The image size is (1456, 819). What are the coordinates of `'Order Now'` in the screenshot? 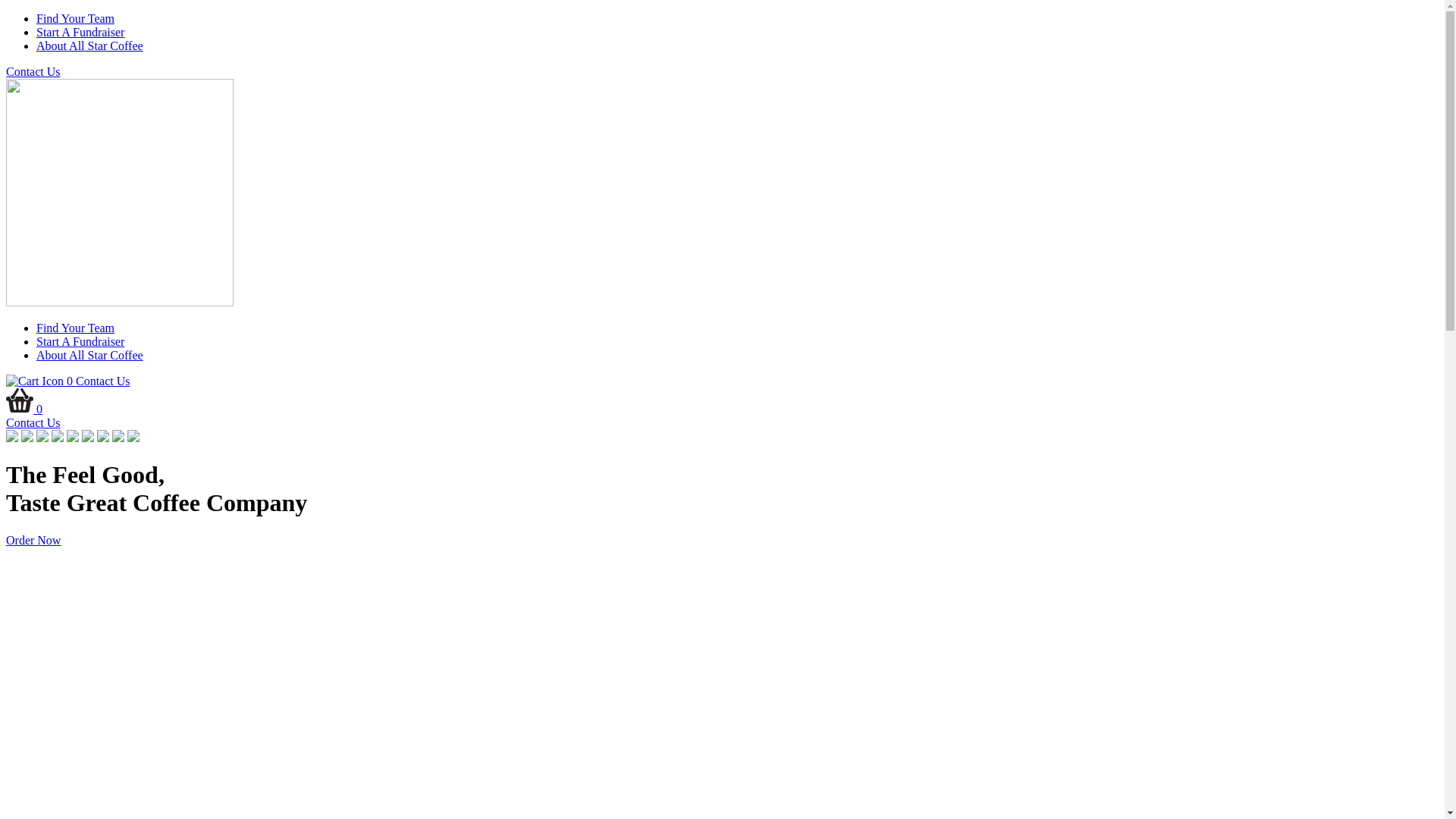 It's located at (33, 539).